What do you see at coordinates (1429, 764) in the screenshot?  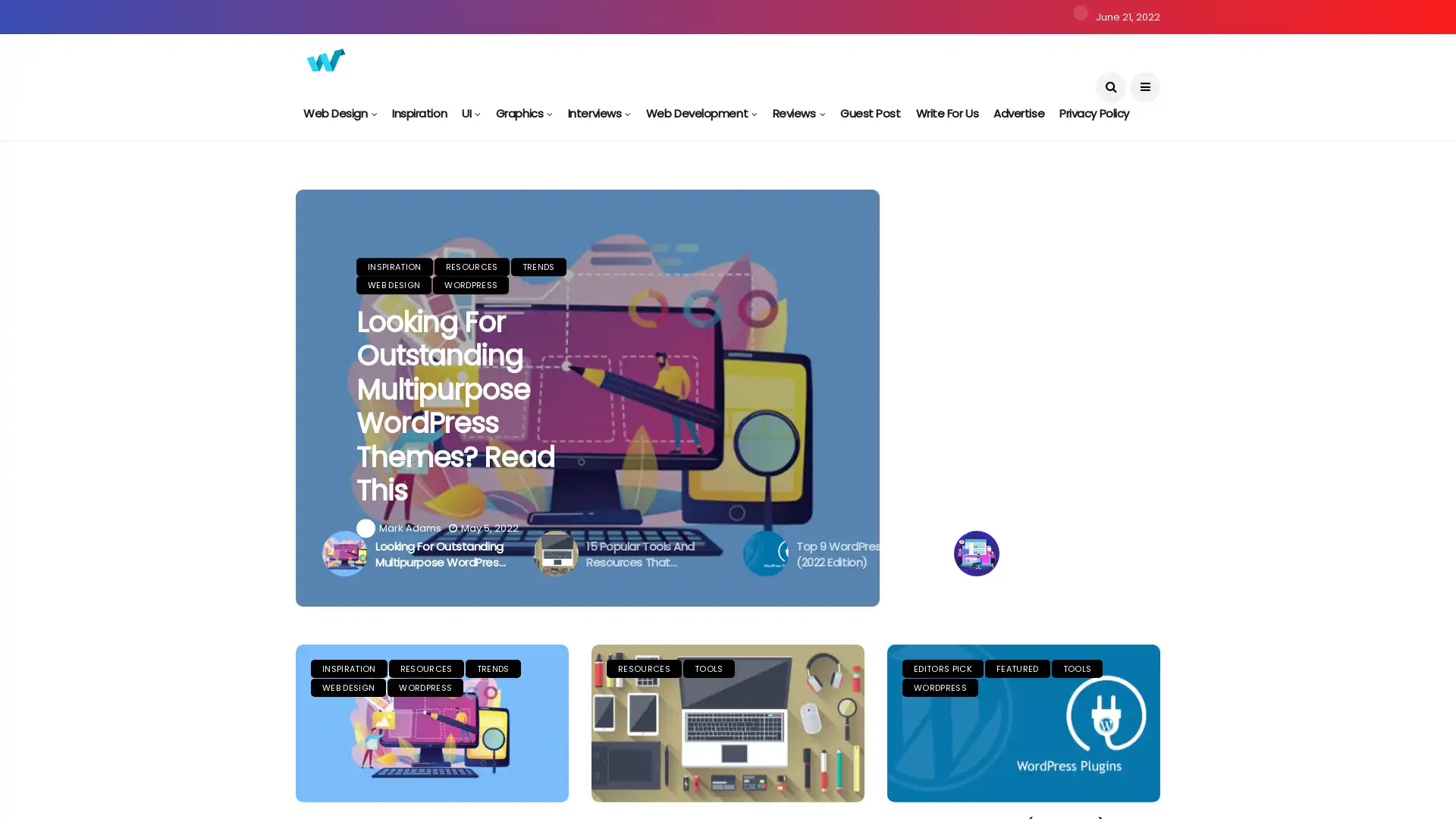 I see `Close Ad` at bounding box center [1429, 764].